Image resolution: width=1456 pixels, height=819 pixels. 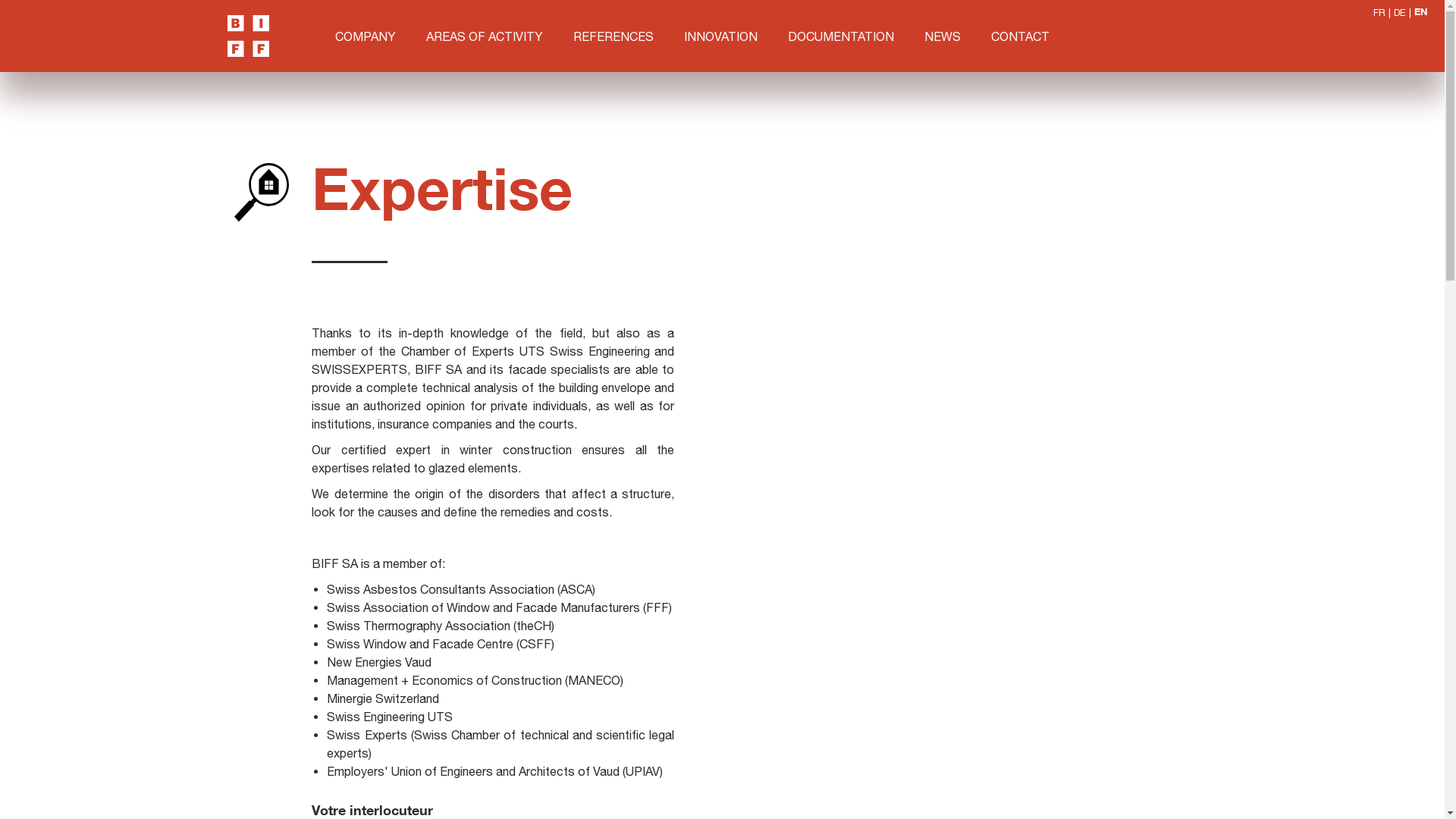 I want to click on 'DE', so click(x=1394, y=12).